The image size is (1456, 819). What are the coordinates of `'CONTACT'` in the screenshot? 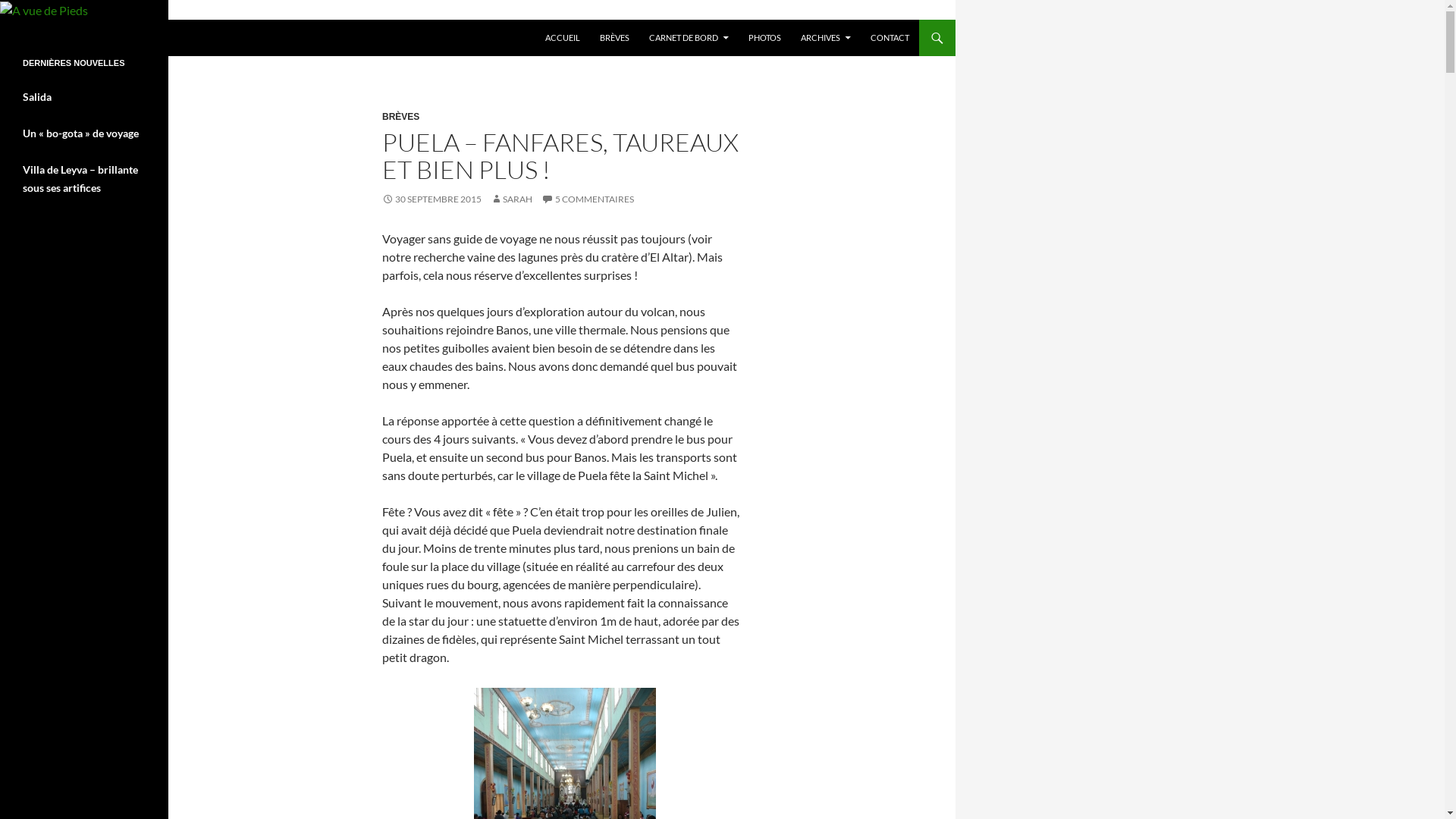 It's located at (890, 37).